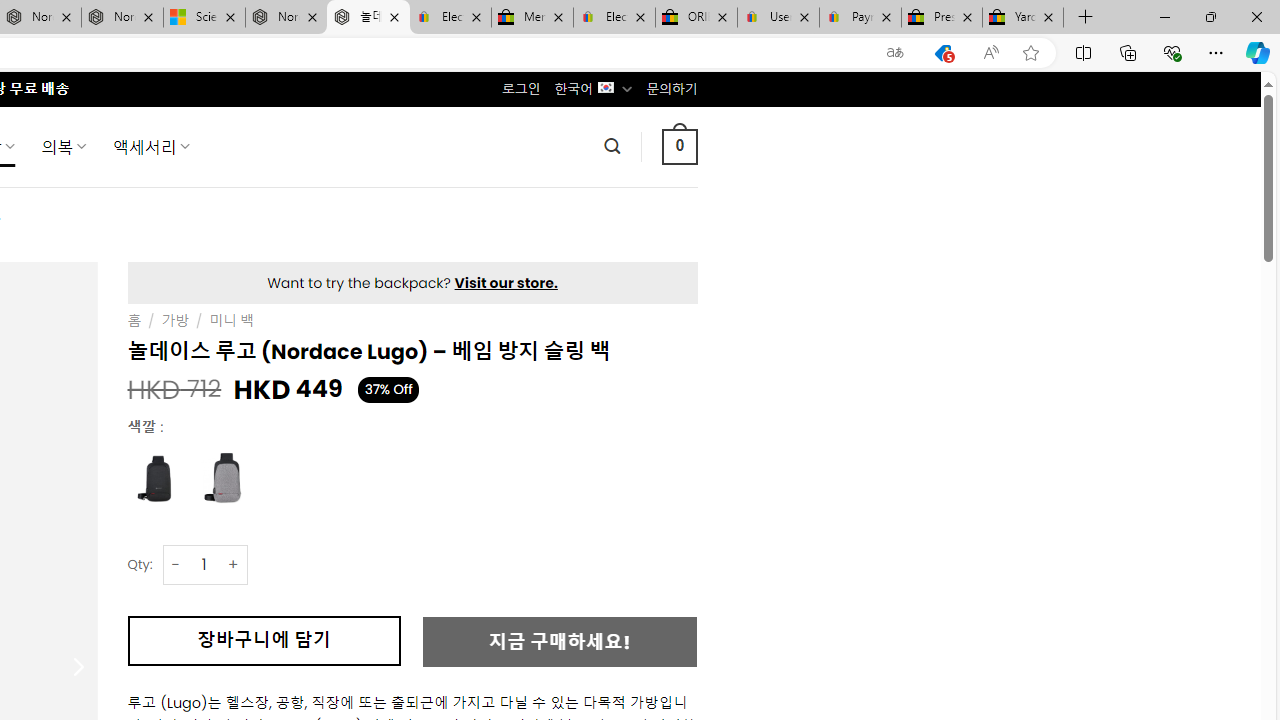 The height and width of the screenshot is (720, 1280). Describe the element at coordinates (613, 17) in the screenshot. I see `'Electronics, Cars, Fashion, Collectibles & More | eBay'` at that location.